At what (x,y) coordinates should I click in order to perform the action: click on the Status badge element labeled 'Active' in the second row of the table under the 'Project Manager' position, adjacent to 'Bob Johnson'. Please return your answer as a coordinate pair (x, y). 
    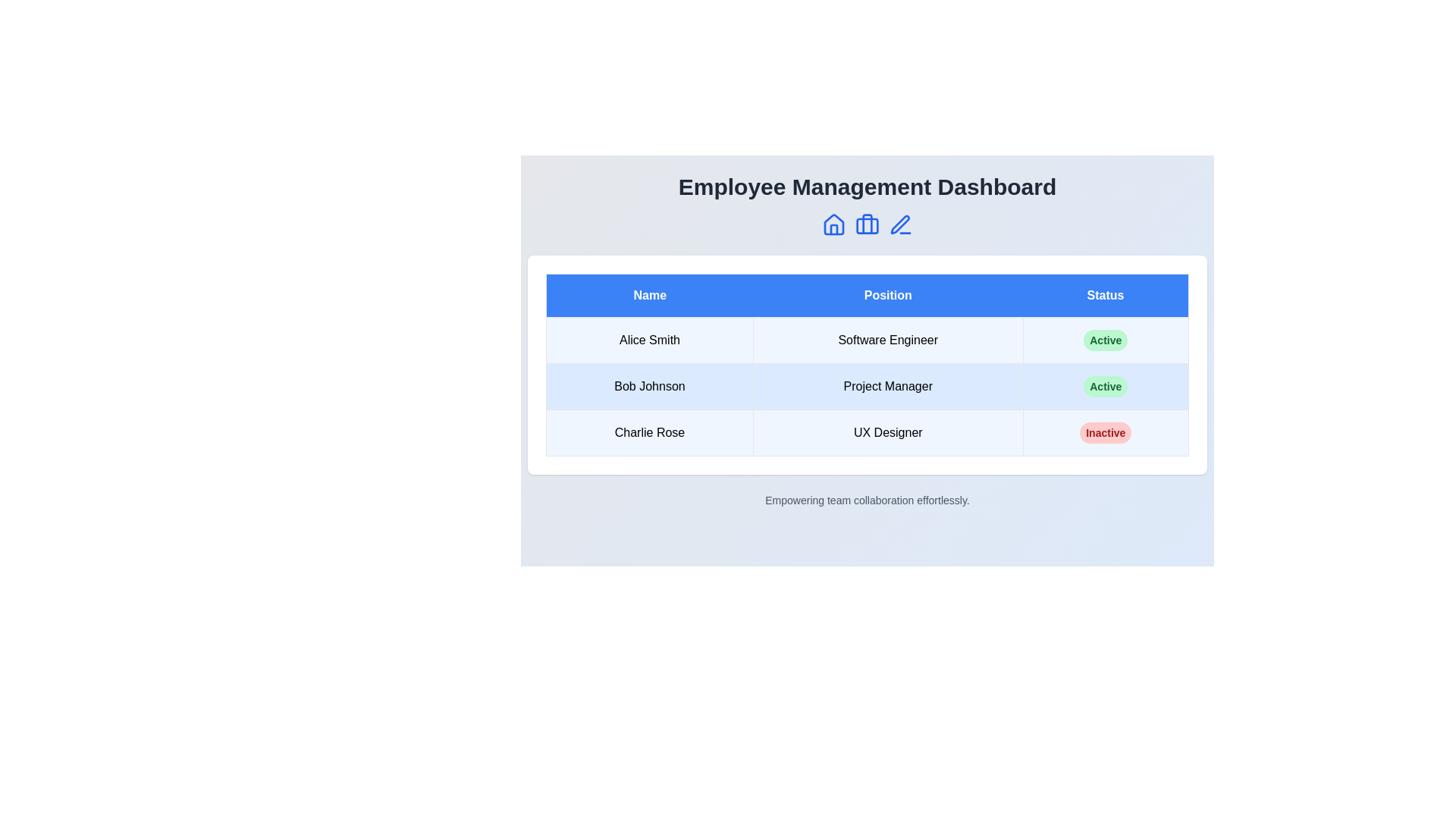
    Looking at the image, I should click on (1106, 385).